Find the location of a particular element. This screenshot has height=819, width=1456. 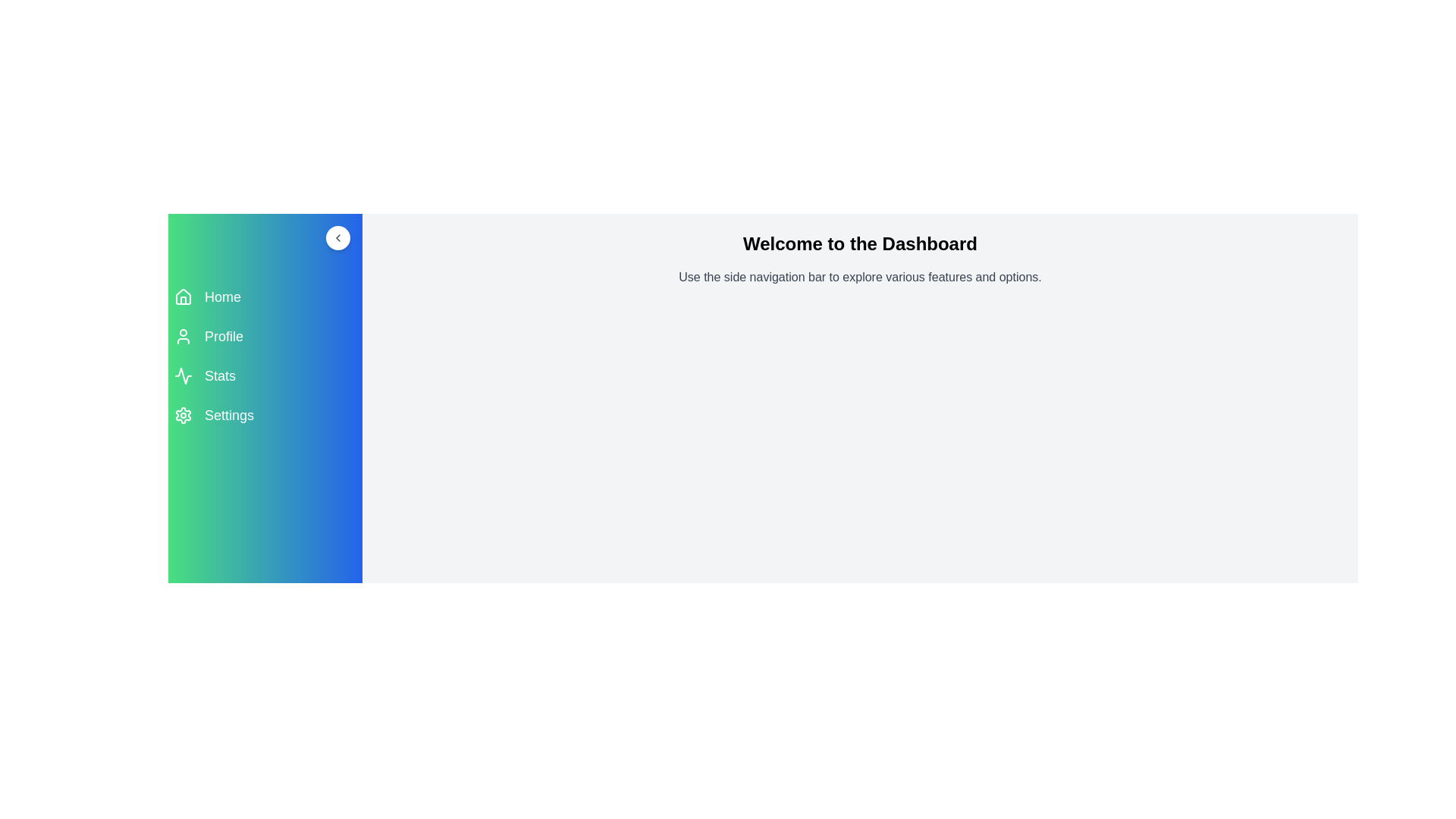

the 'Home' button located at the top of the vertical navigation menu on the left side of the interface is located at coordinates (265, 297).